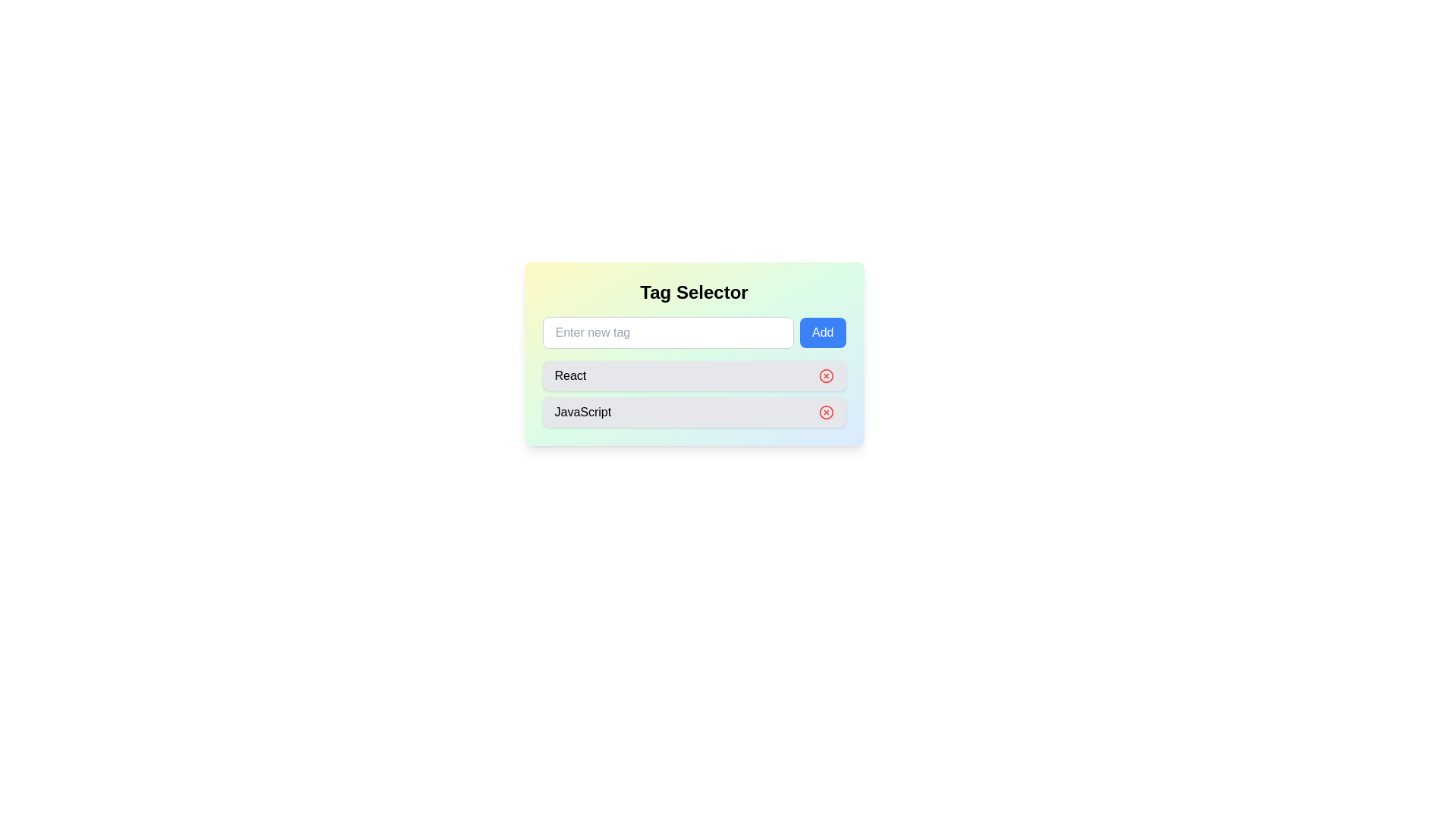 This screenshot has height=819, width=1456. I want to click on the 'JavaScript' tag which has a delete button on its right, so click(693, 412).